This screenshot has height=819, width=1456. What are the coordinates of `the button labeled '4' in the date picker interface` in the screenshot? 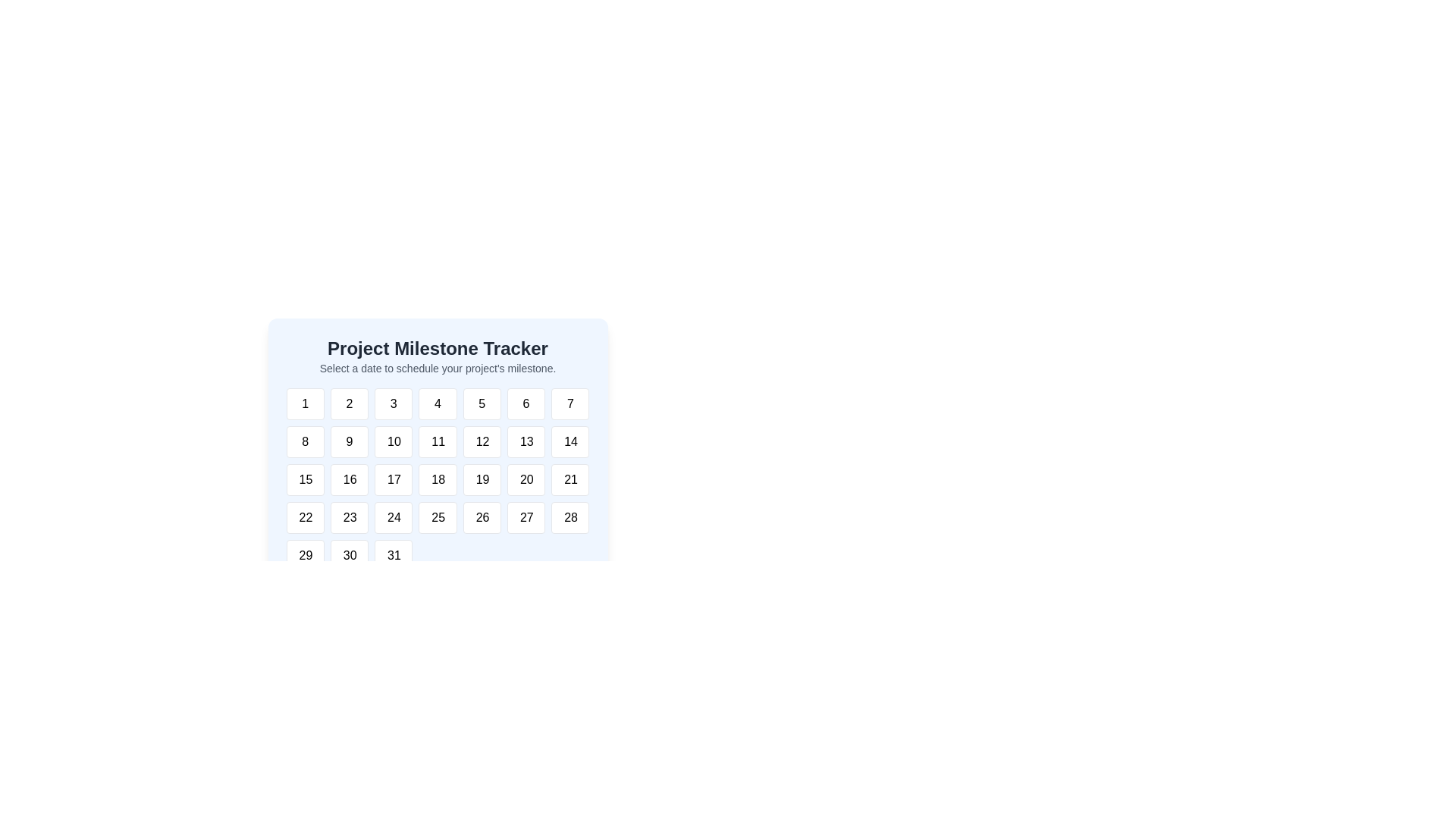 It's located at (437, 403).